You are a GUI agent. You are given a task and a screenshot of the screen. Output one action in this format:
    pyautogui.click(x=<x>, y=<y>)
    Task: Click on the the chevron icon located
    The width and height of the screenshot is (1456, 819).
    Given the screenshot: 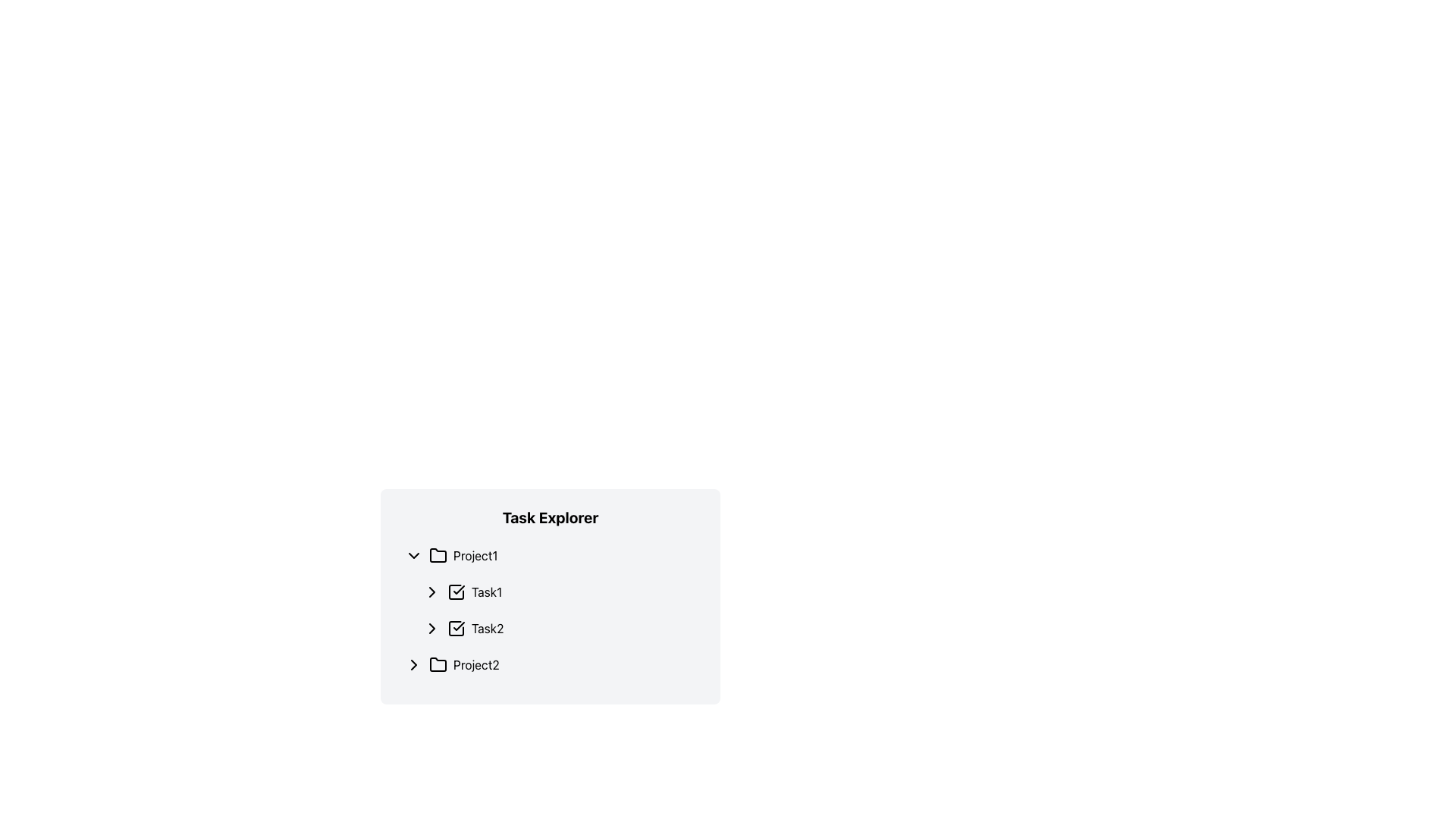 What is the action you would take?
    pyautogui.click(x=431, y=629)
    